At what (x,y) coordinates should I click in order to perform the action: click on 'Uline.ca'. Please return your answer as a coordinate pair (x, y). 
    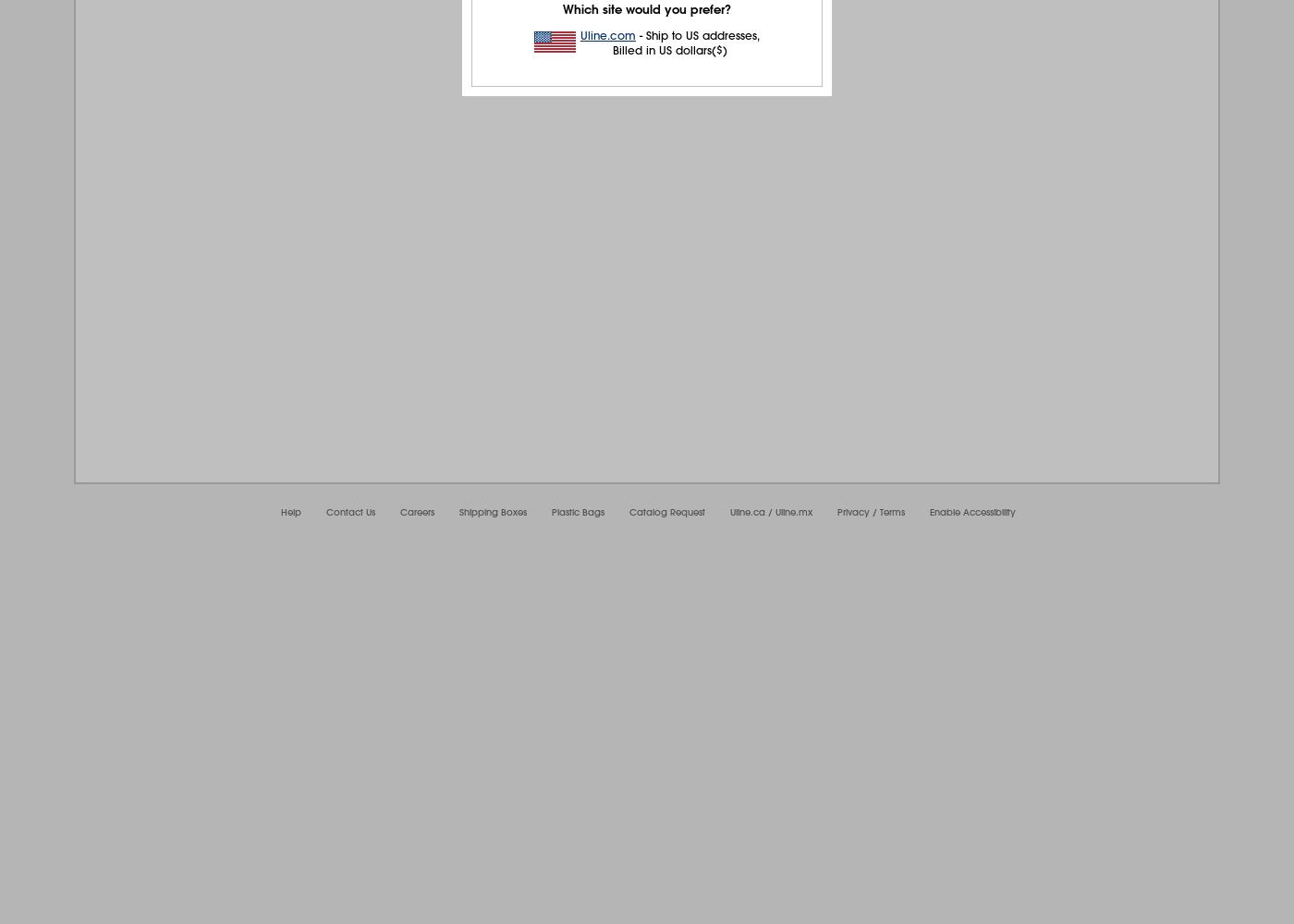
    Looking at the image, I should click on (748, 512).